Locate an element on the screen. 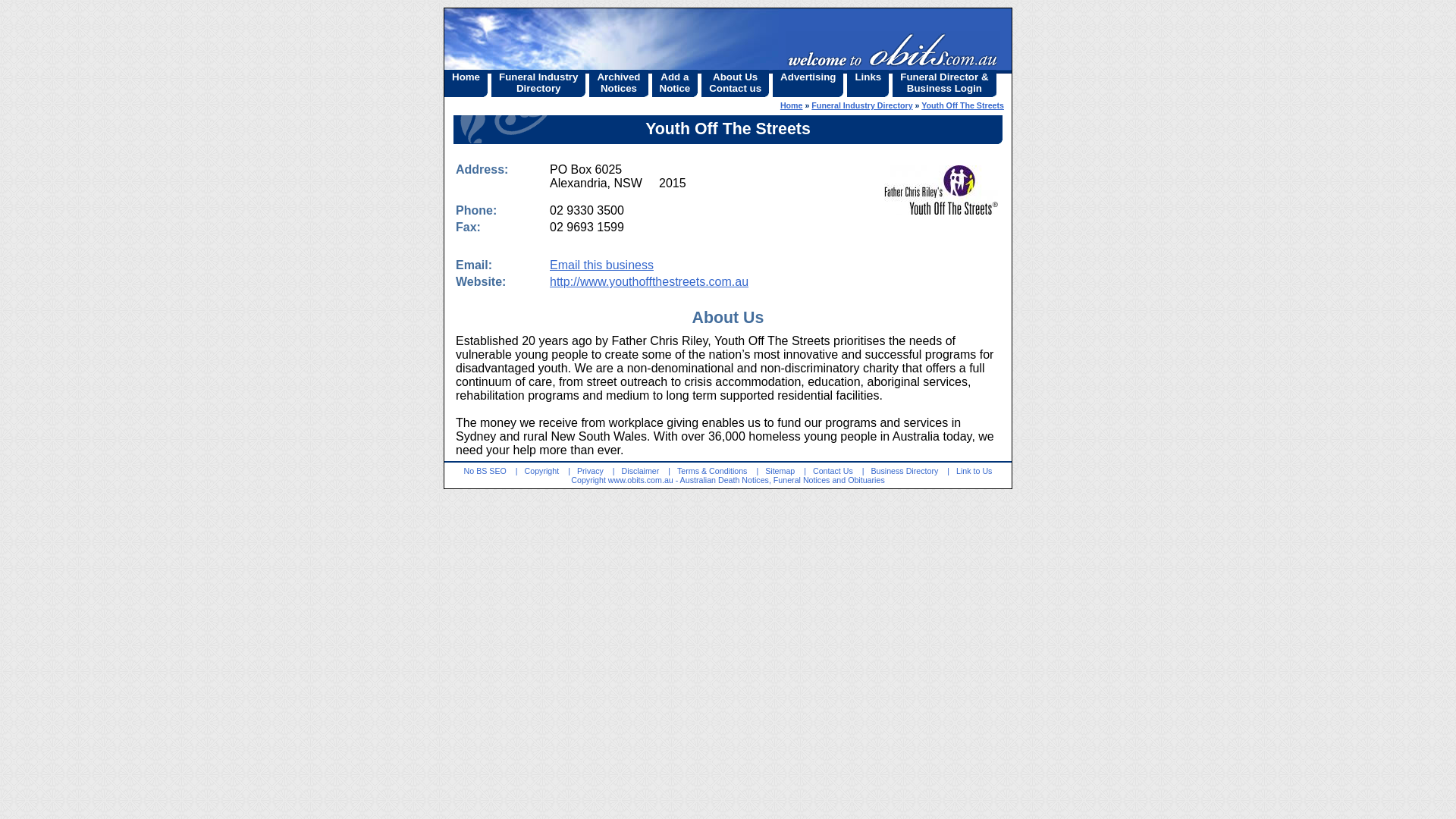 The image size is (1456, 819). 'Link to Us' is located at coordinates (974, 470).